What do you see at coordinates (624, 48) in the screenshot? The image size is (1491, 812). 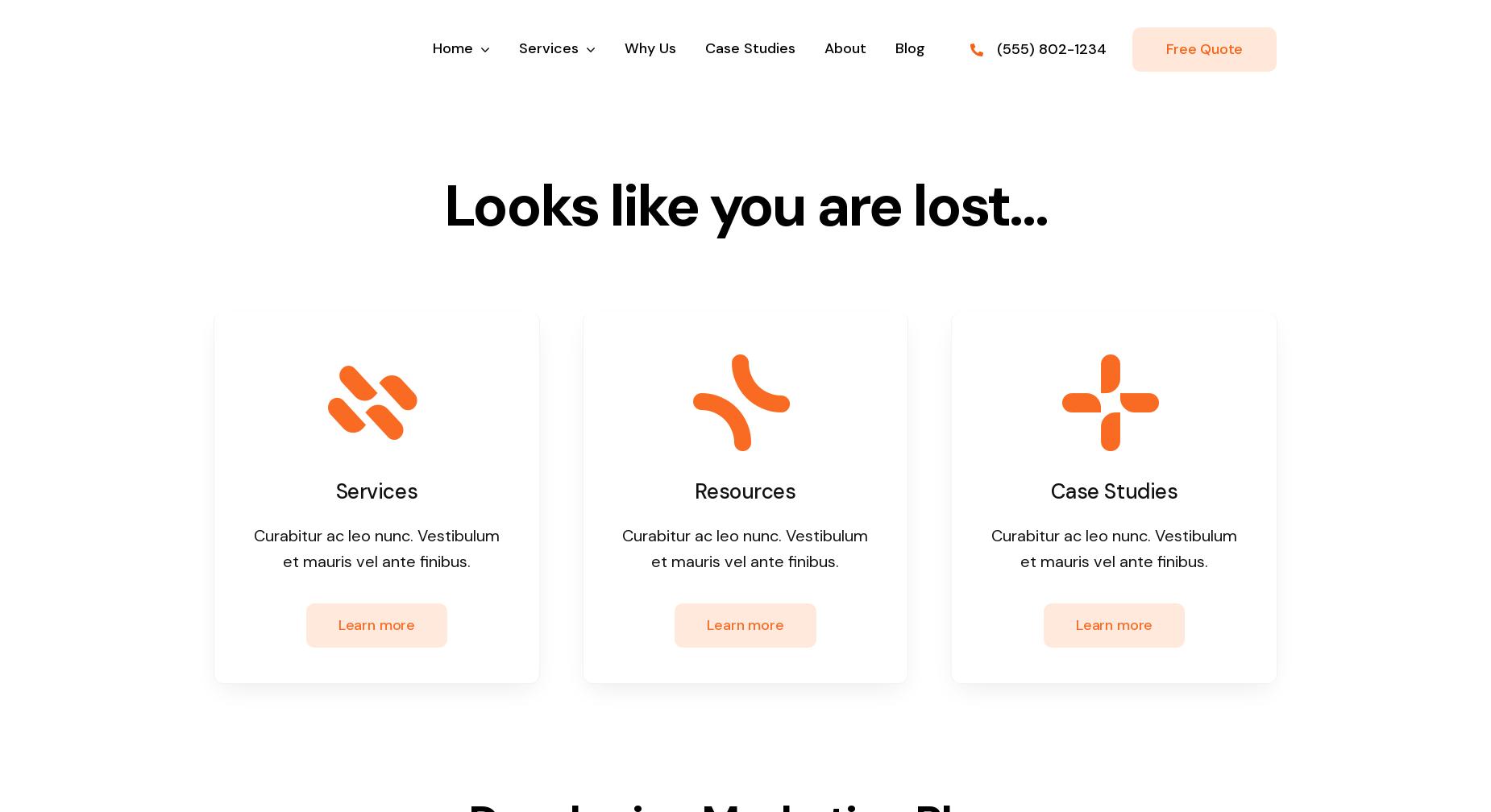 I see `'Why Us'` at bounding box center [624, 48].